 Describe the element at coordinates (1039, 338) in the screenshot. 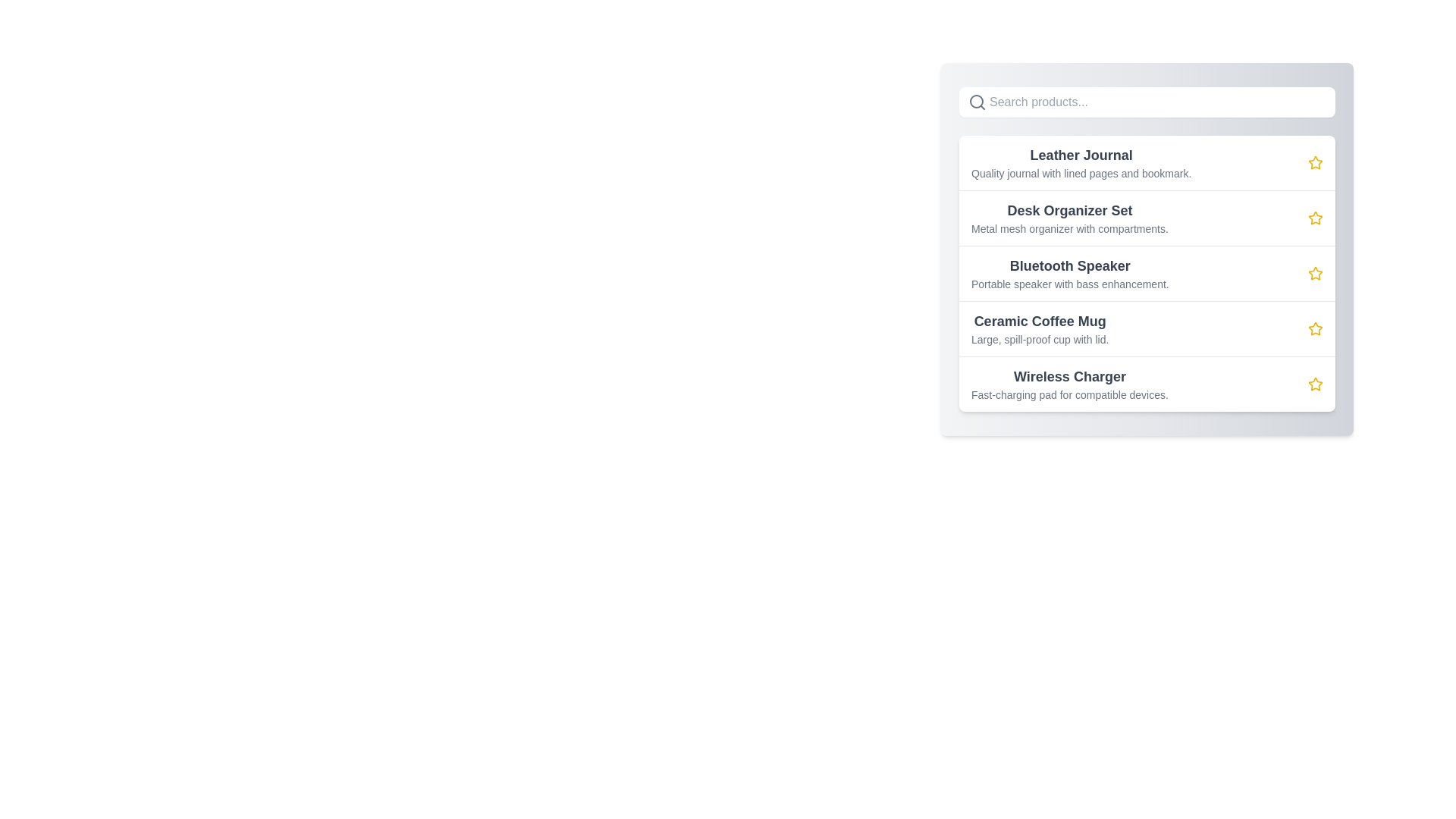

I see `the surrounding area of the text label providing details about the product 'Ceramic Coffee Mug', which is located below its title in the product description list` at that location.